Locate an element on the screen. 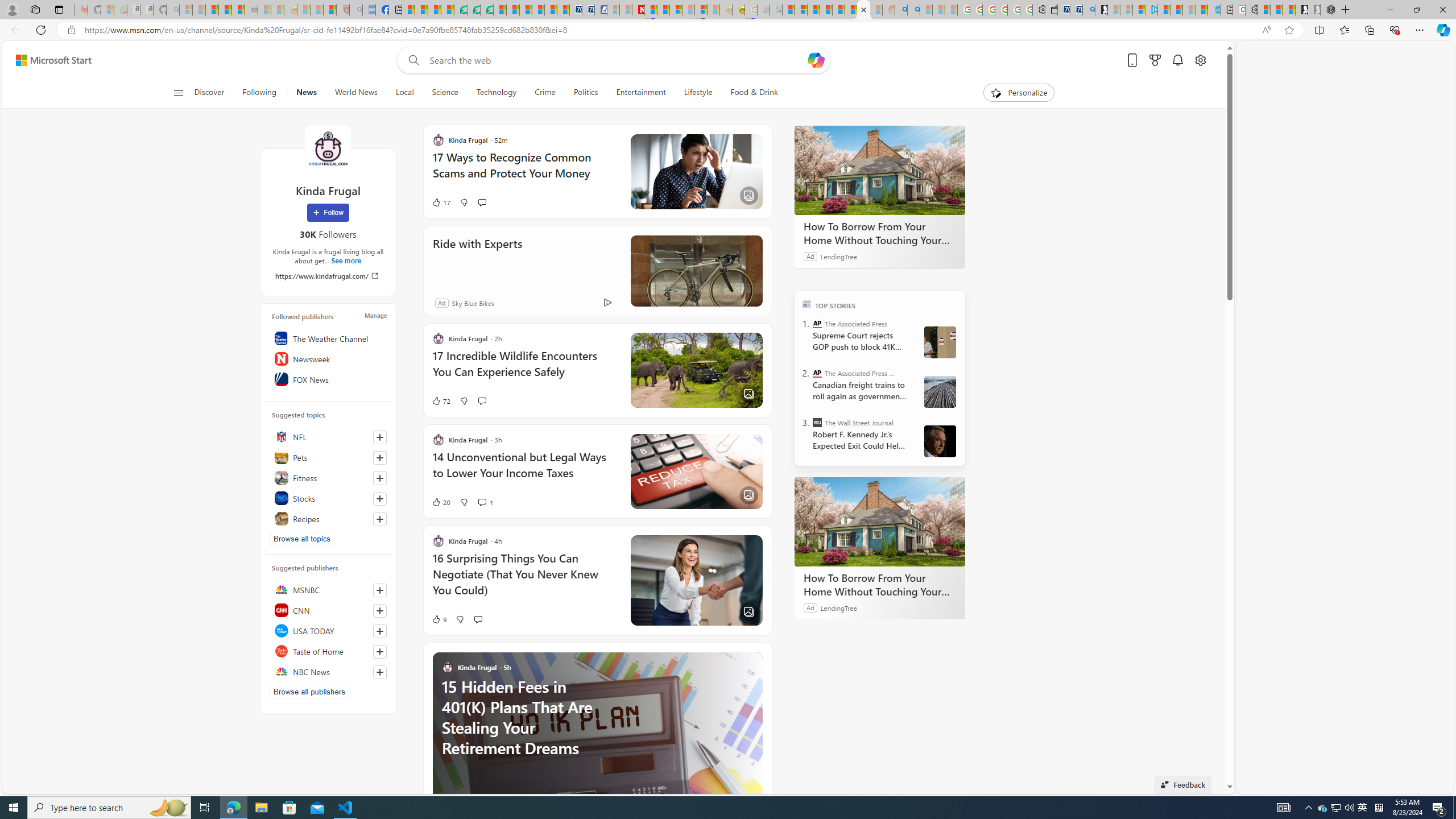  'FOX News' is located at coordinates (327, 379).